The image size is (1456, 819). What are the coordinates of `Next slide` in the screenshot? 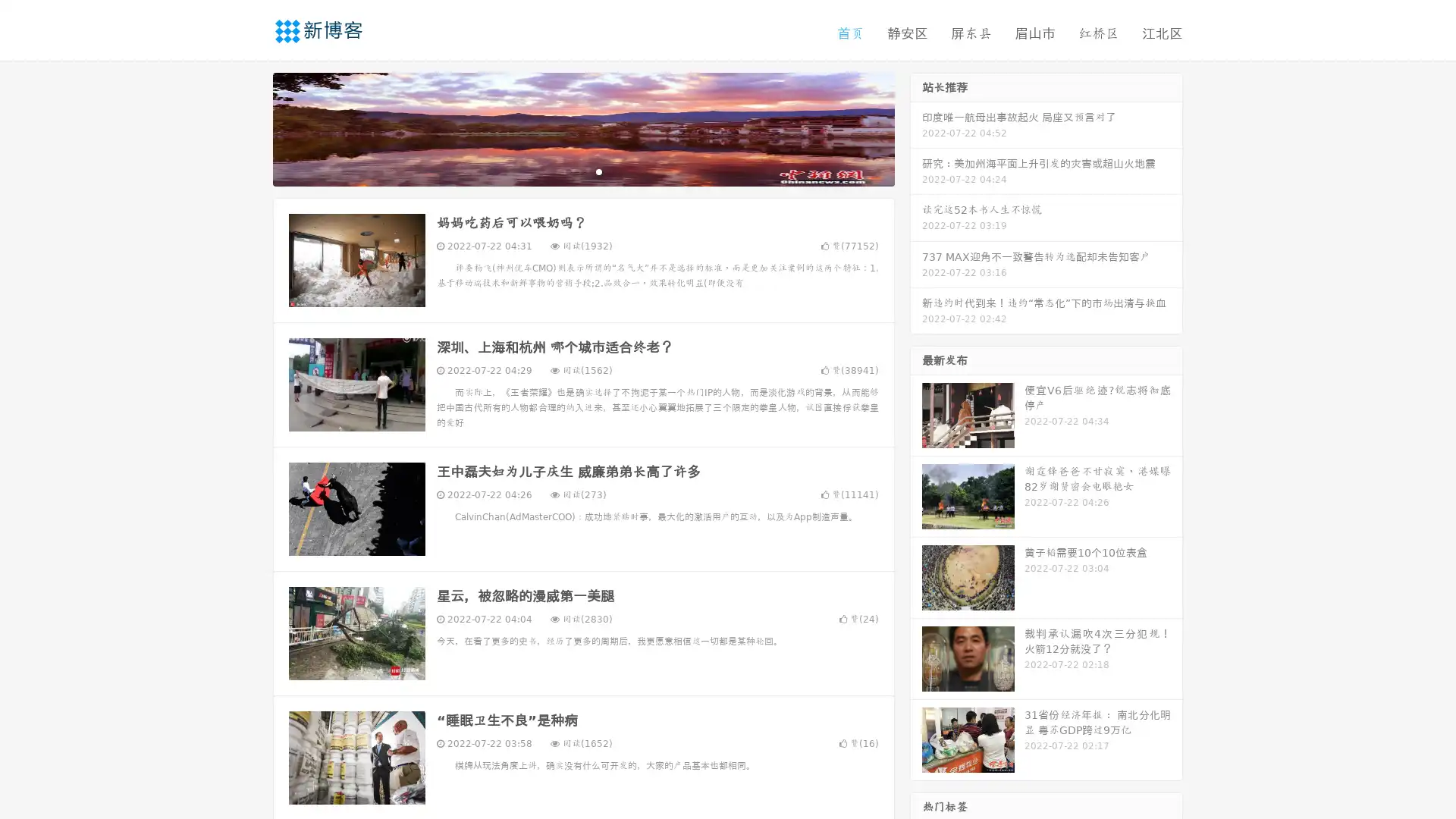 It's located at (916, 127).